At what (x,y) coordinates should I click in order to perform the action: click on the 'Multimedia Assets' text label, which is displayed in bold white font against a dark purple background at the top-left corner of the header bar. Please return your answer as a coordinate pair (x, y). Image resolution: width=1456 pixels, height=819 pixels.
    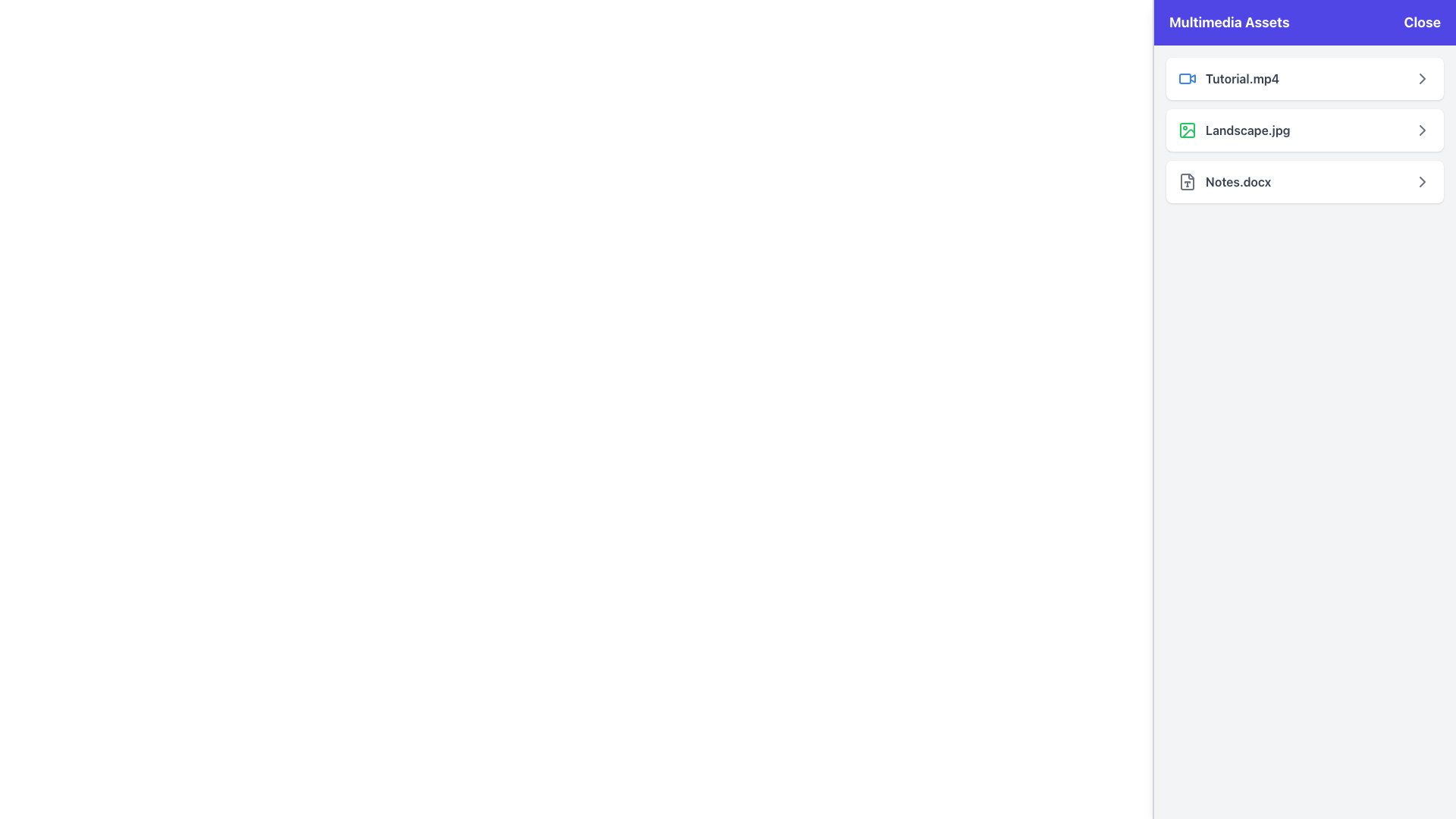
    Looking at the image, I should click on (1229, 23).